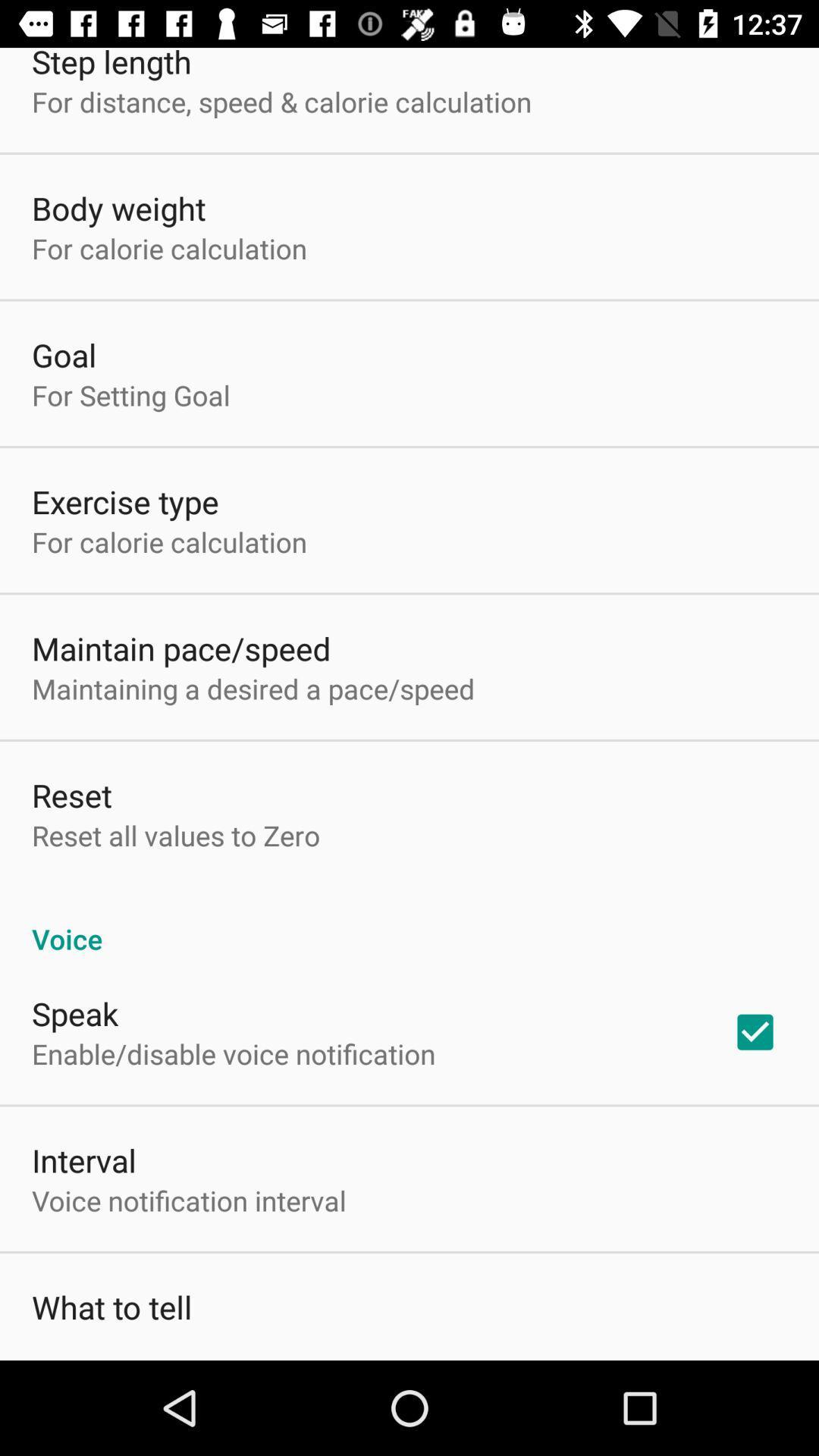  Describe the element at coordinates (124, 501) in the screenshot. I see `exercise type` at that location.